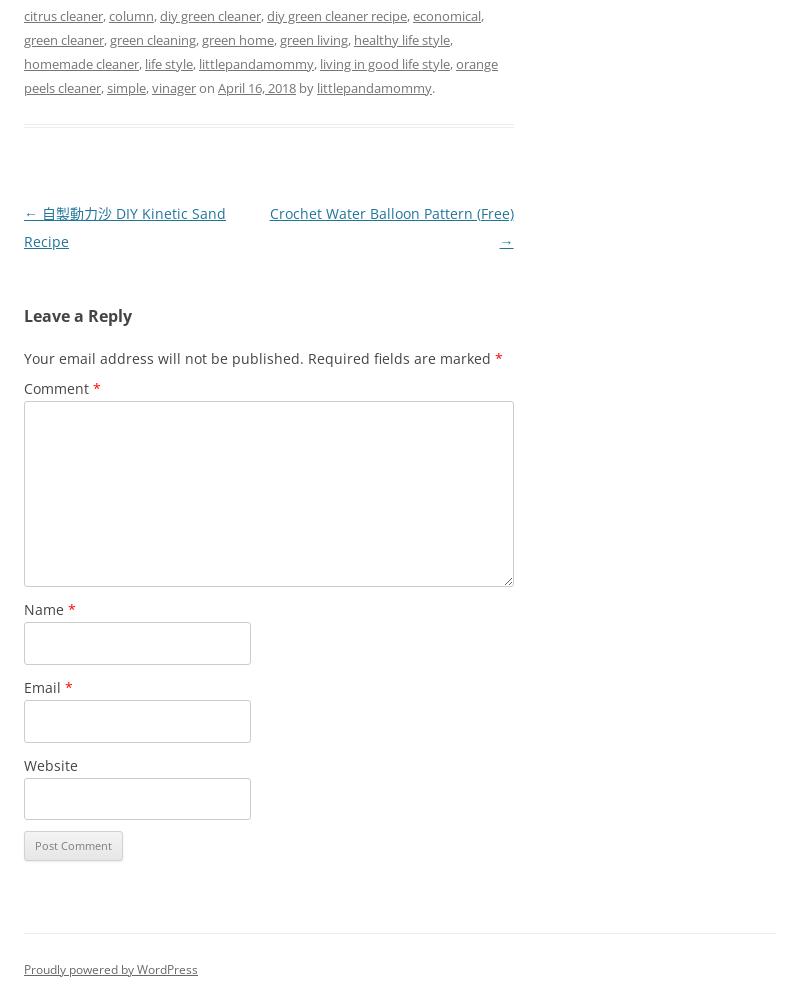 This screenshot has width=800, height=1002. Describe the element at coordinates (401, 357) in the screenshot. I see `'Required fields are marked'` at that location.